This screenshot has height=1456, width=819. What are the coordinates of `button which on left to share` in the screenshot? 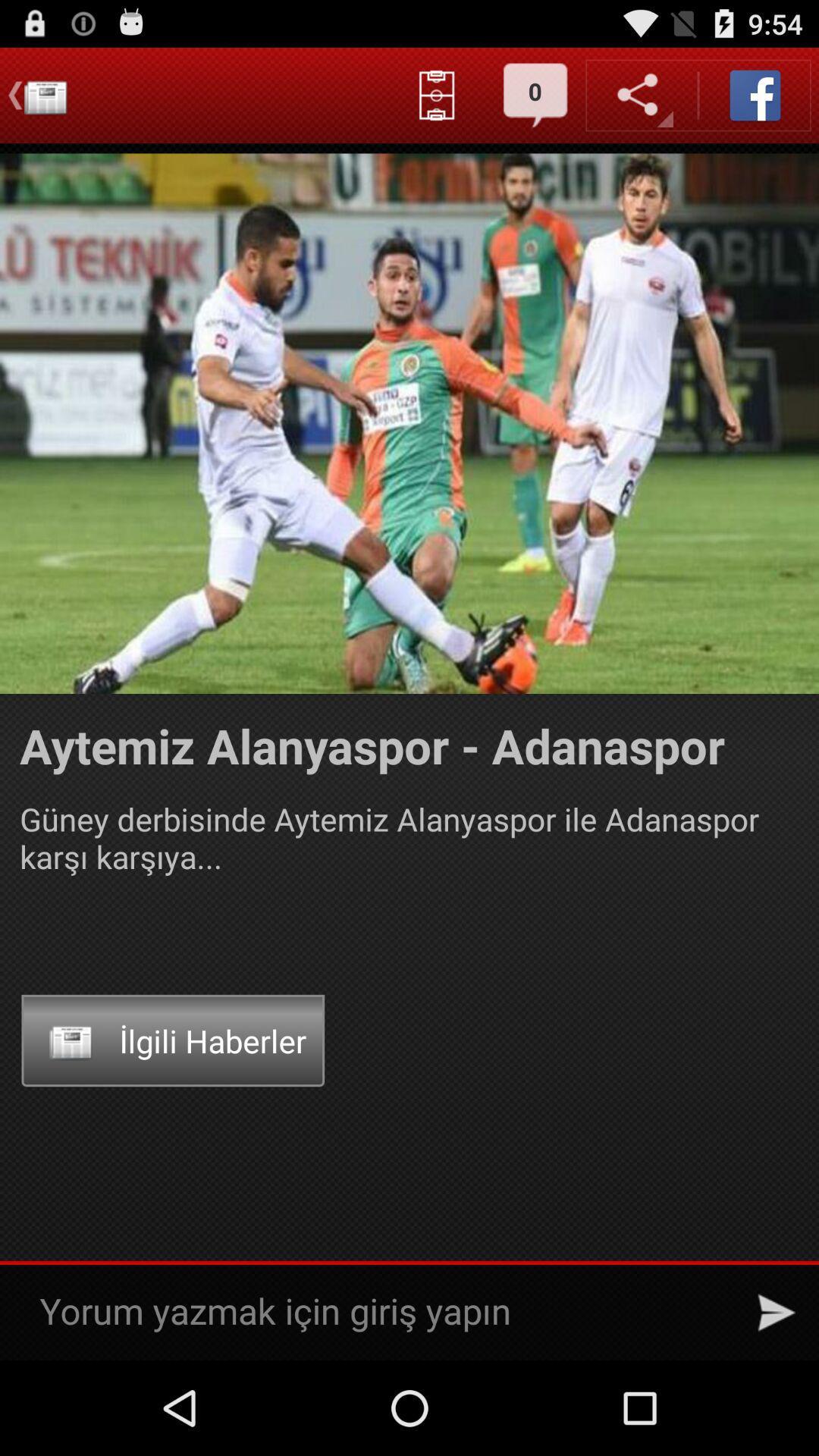 It's located at (534, 94).